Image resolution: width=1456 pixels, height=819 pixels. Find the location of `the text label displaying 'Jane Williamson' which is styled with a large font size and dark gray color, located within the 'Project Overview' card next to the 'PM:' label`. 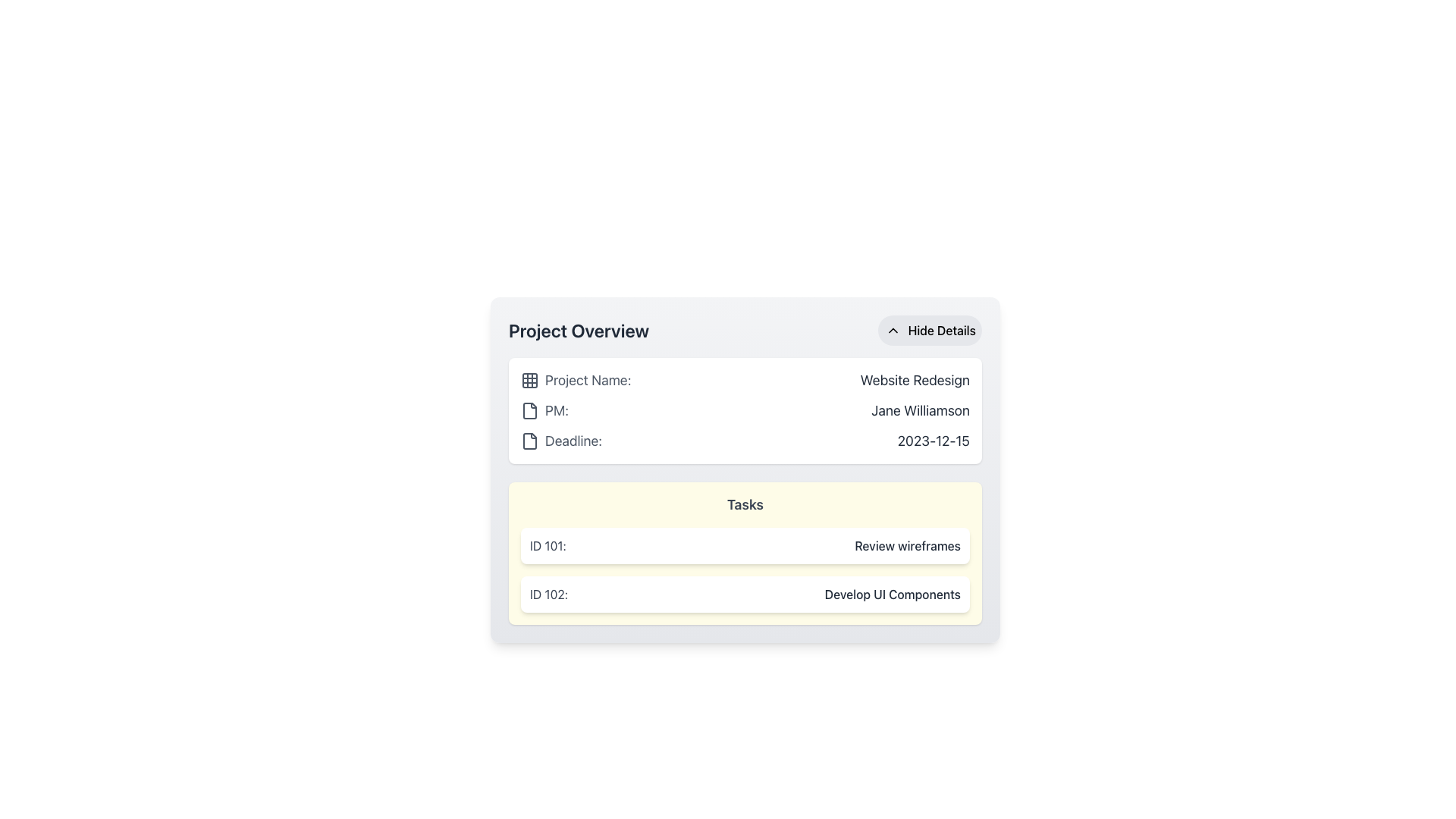

the text label displaying 'Jane Williamson' which is styled with a large font size and dark gray color, located within the 'Project Overview' card next to the 'PM:' label is located at coordinates (920, 411).